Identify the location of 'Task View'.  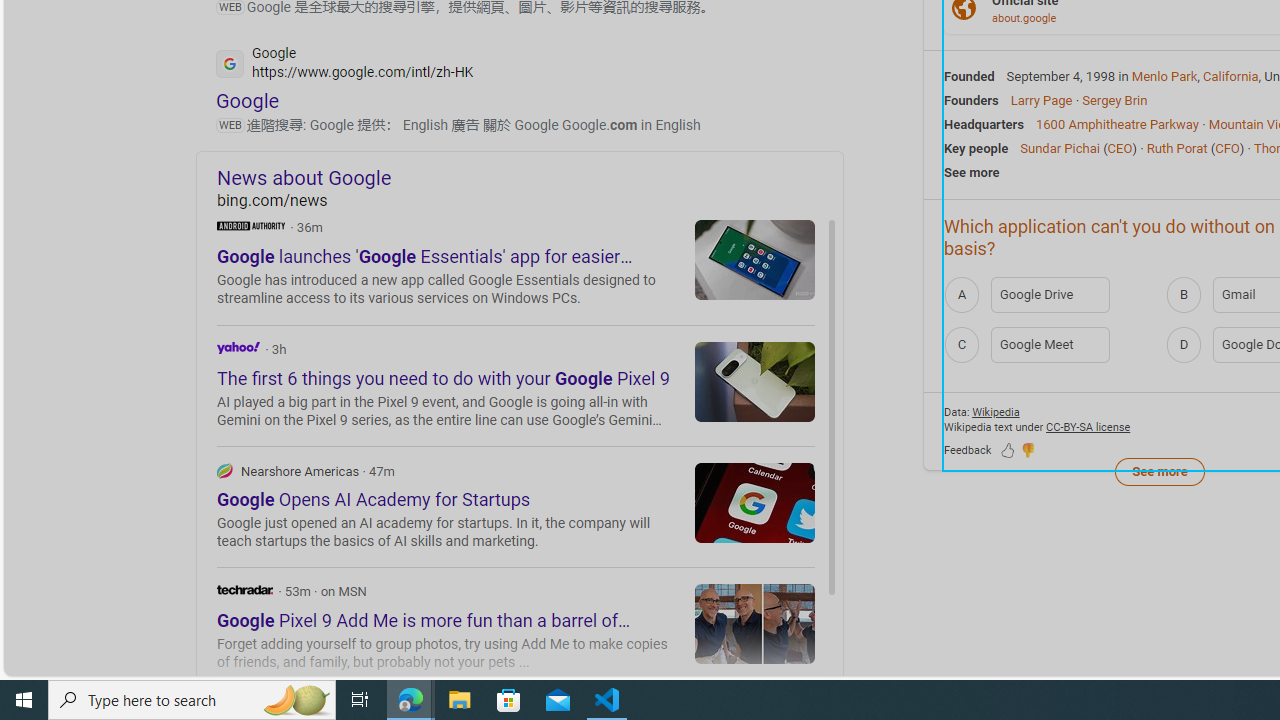
(359, 698).